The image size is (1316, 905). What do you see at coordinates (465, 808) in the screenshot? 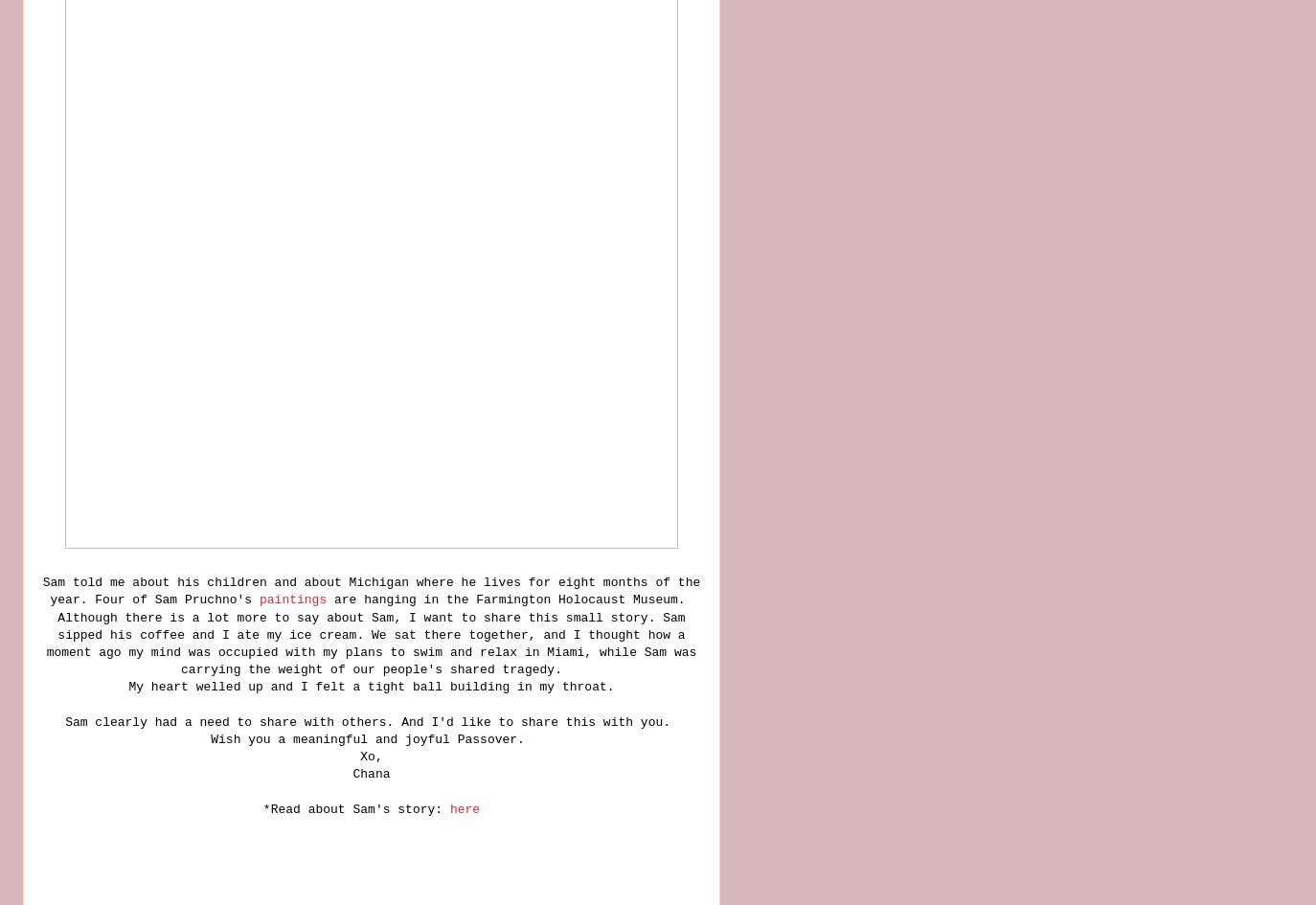
I see `'here'` at bounding box center [465, 808].